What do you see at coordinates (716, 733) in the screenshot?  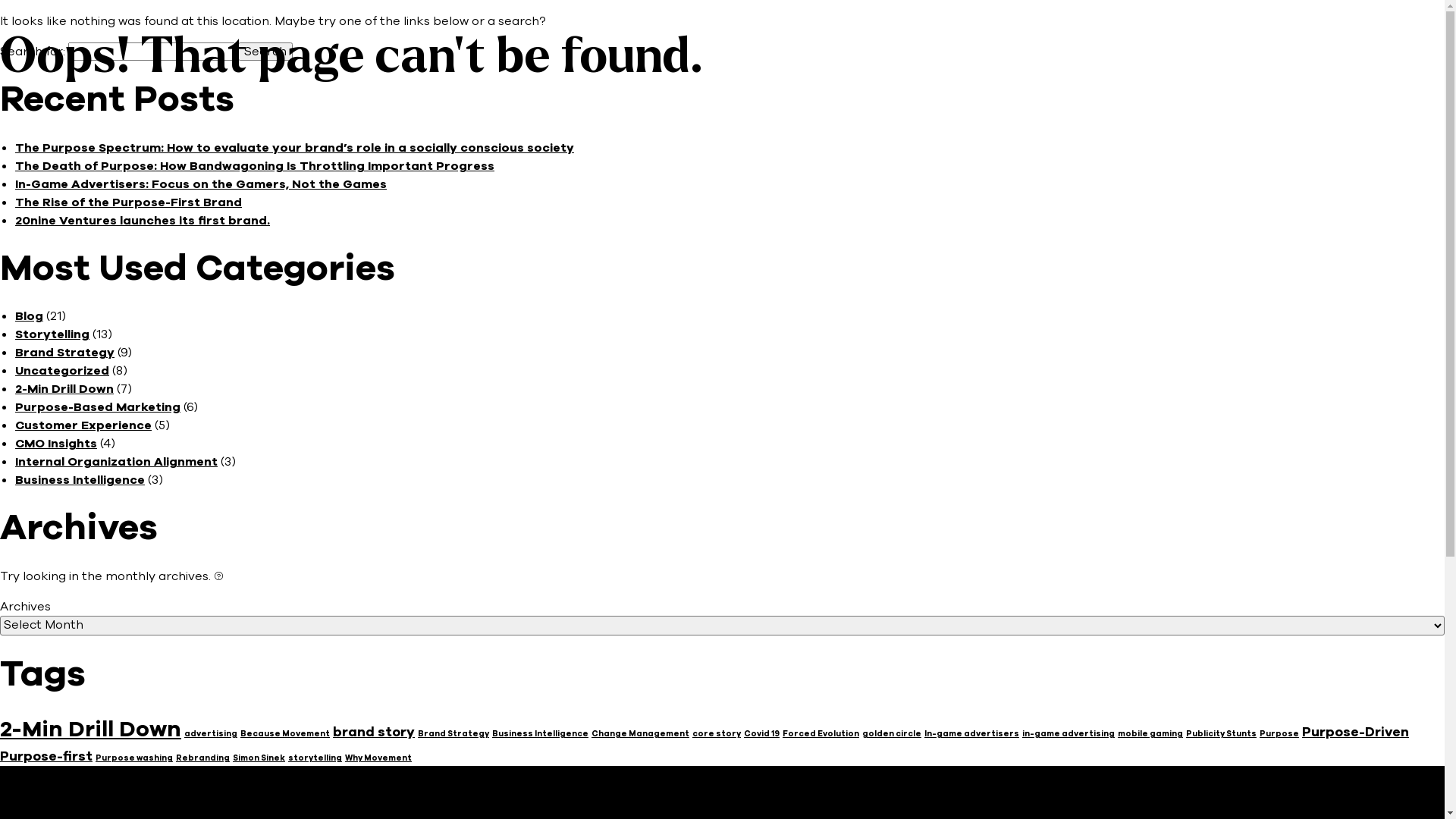 I see `'core story'` at bounding box center [716, 733].